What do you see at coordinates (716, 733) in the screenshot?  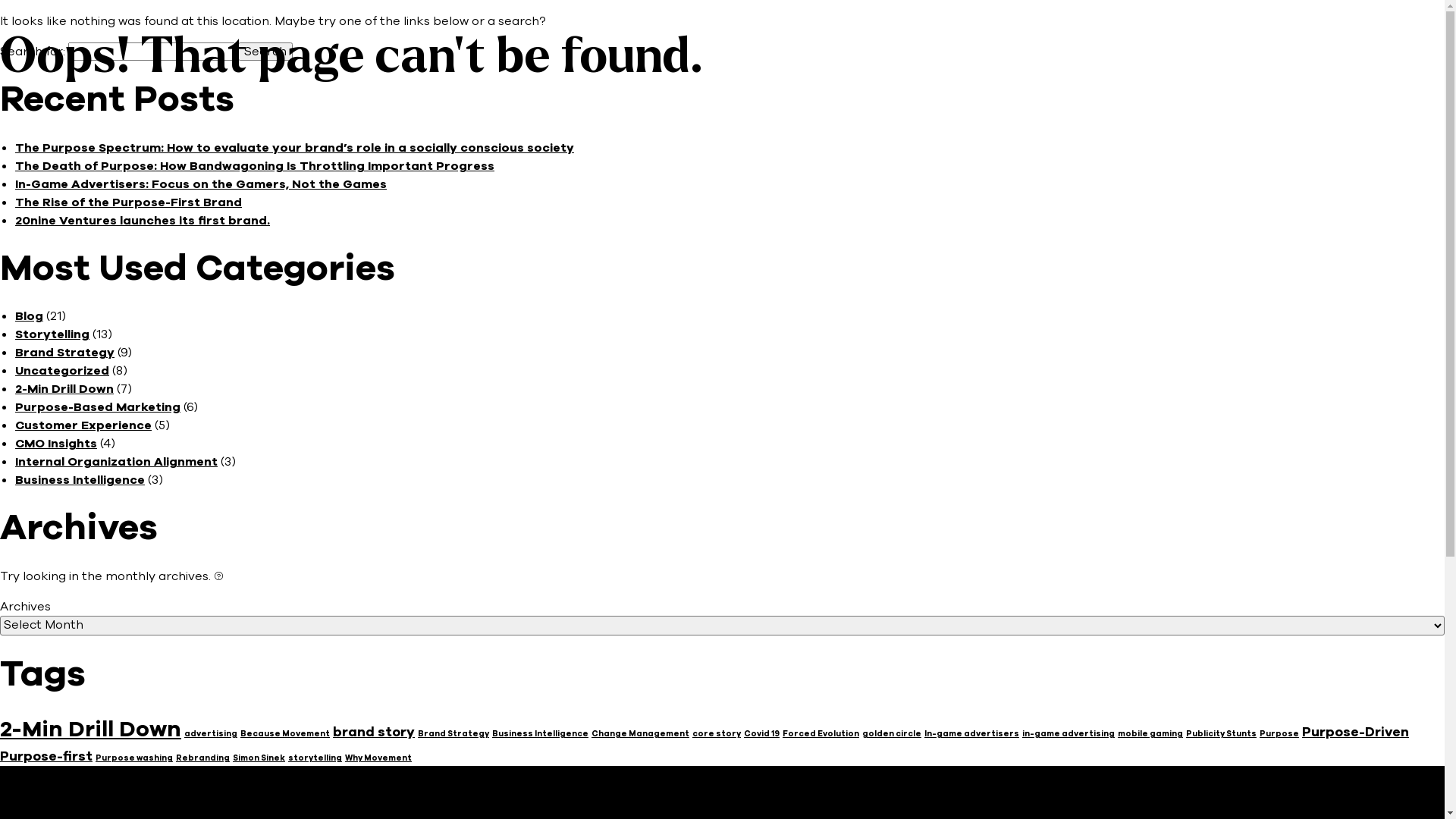 I see `'core story'` at bounding box center [716, 733].